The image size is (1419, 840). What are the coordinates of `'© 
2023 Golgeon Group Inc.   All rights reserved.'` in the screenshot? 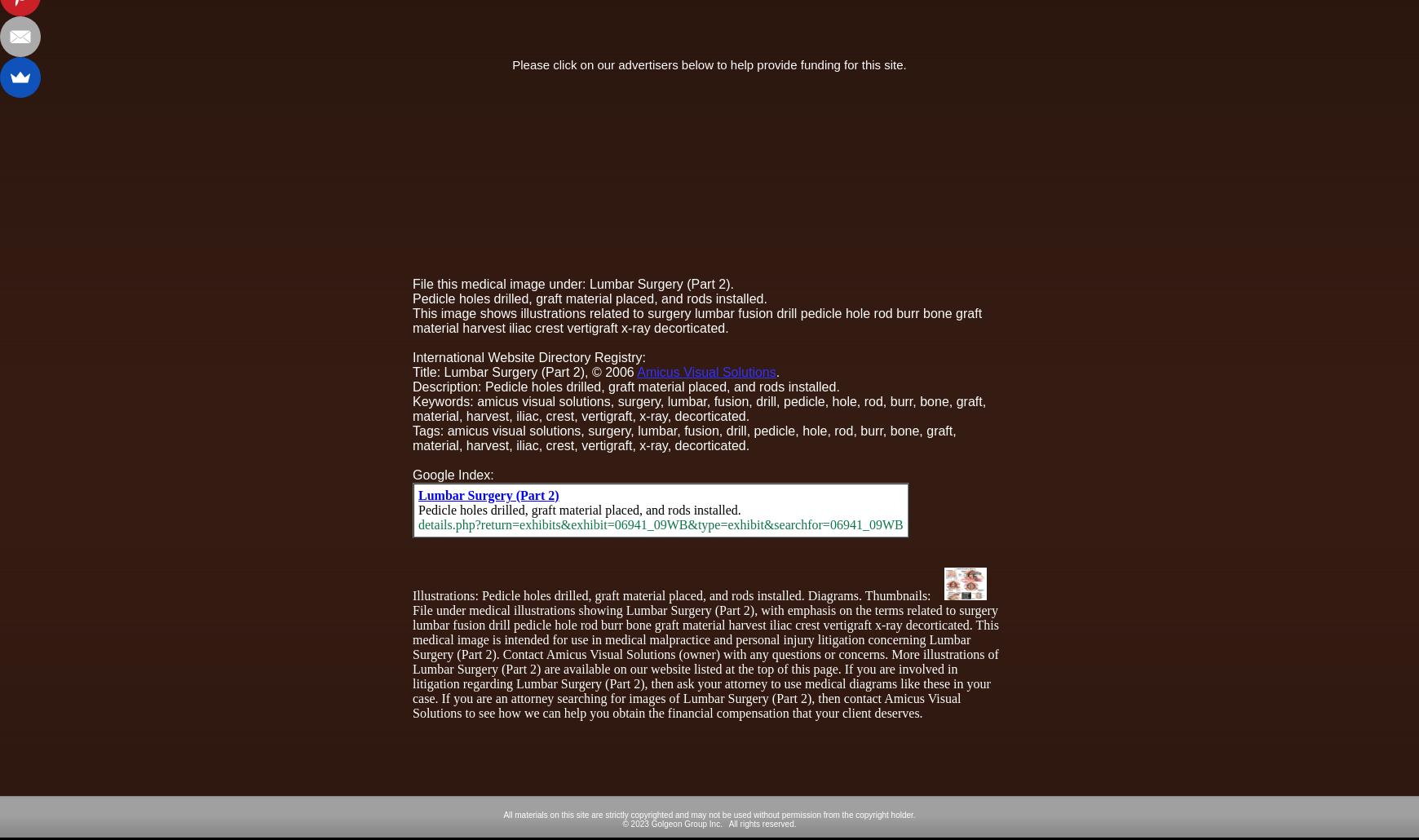 It's located at (709, 822).